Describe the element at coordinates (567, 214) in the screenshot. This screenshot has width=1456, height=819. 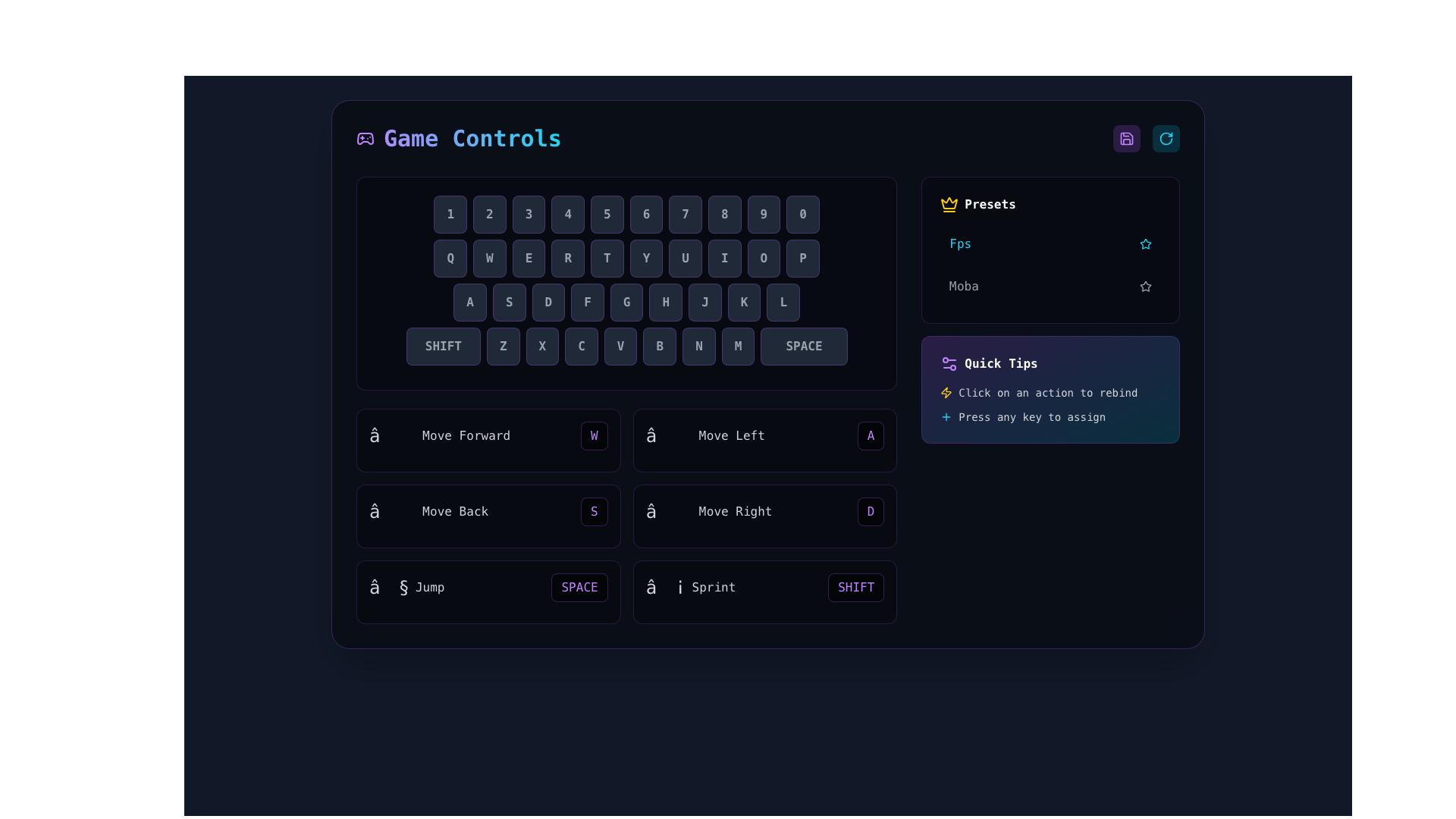
I see `the fourth button in a horizontal sequence of ten buttons, which has a dark gray background and displays the numeral '4' in a bold font` at that location.